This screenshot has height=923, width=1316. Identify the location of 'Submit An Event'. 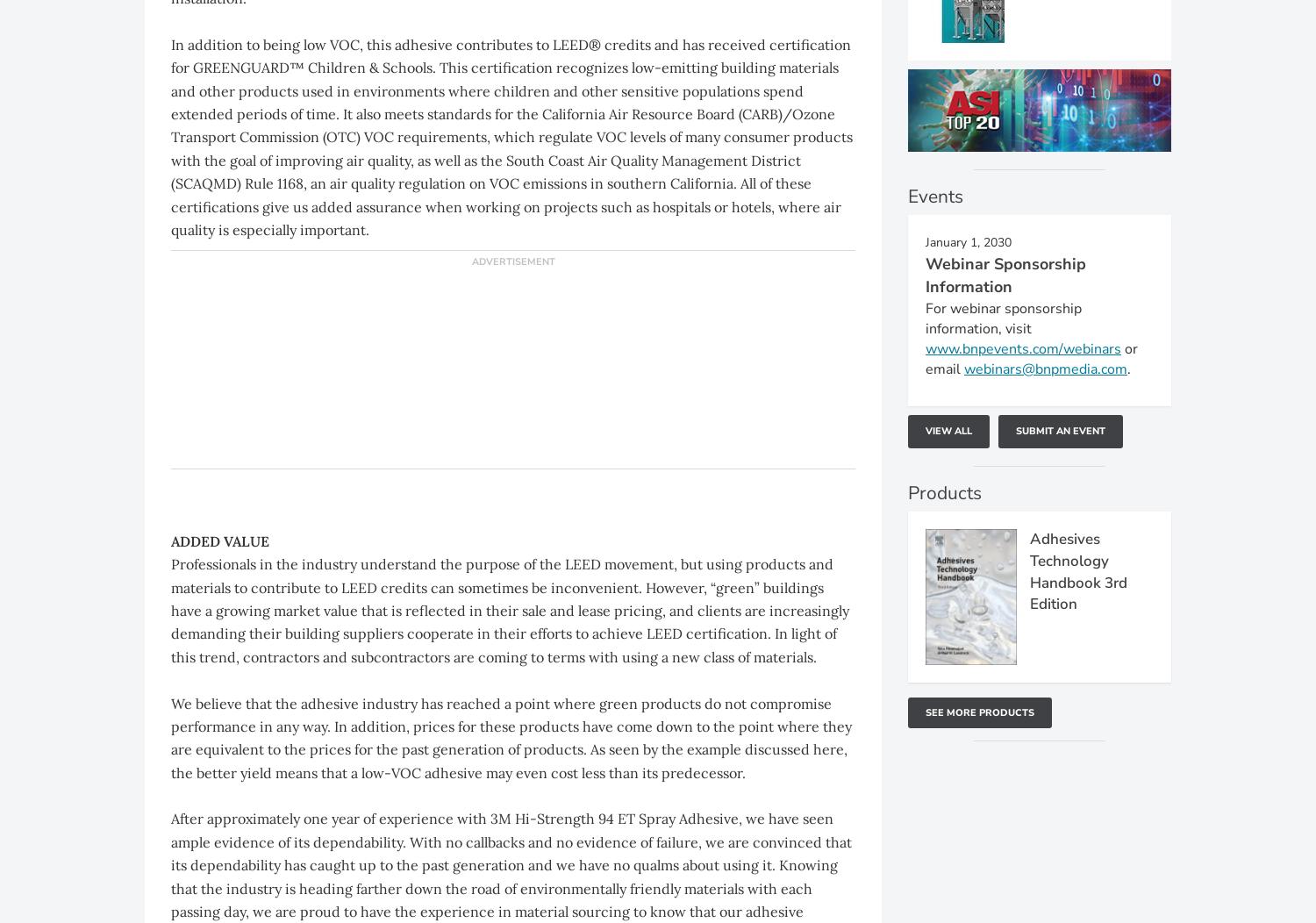
(1060, 430).